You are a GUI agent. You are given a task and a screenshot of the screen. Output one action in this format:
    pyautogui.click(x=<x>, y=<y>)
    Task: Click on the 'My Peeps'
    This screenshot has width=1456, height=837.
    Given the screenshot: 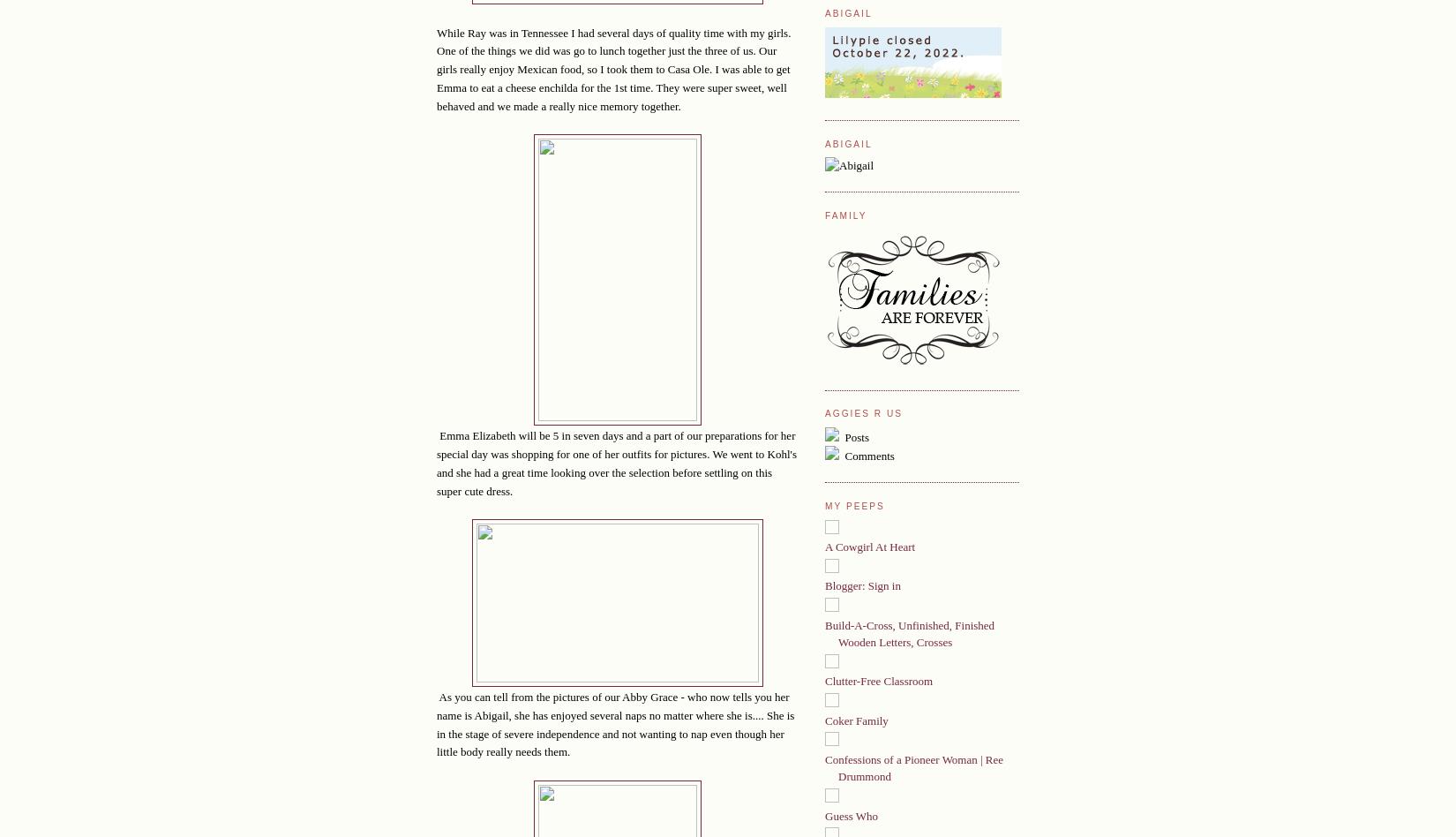 What is the action you would take?
    pyautogui.click(x=854, y=505)
    